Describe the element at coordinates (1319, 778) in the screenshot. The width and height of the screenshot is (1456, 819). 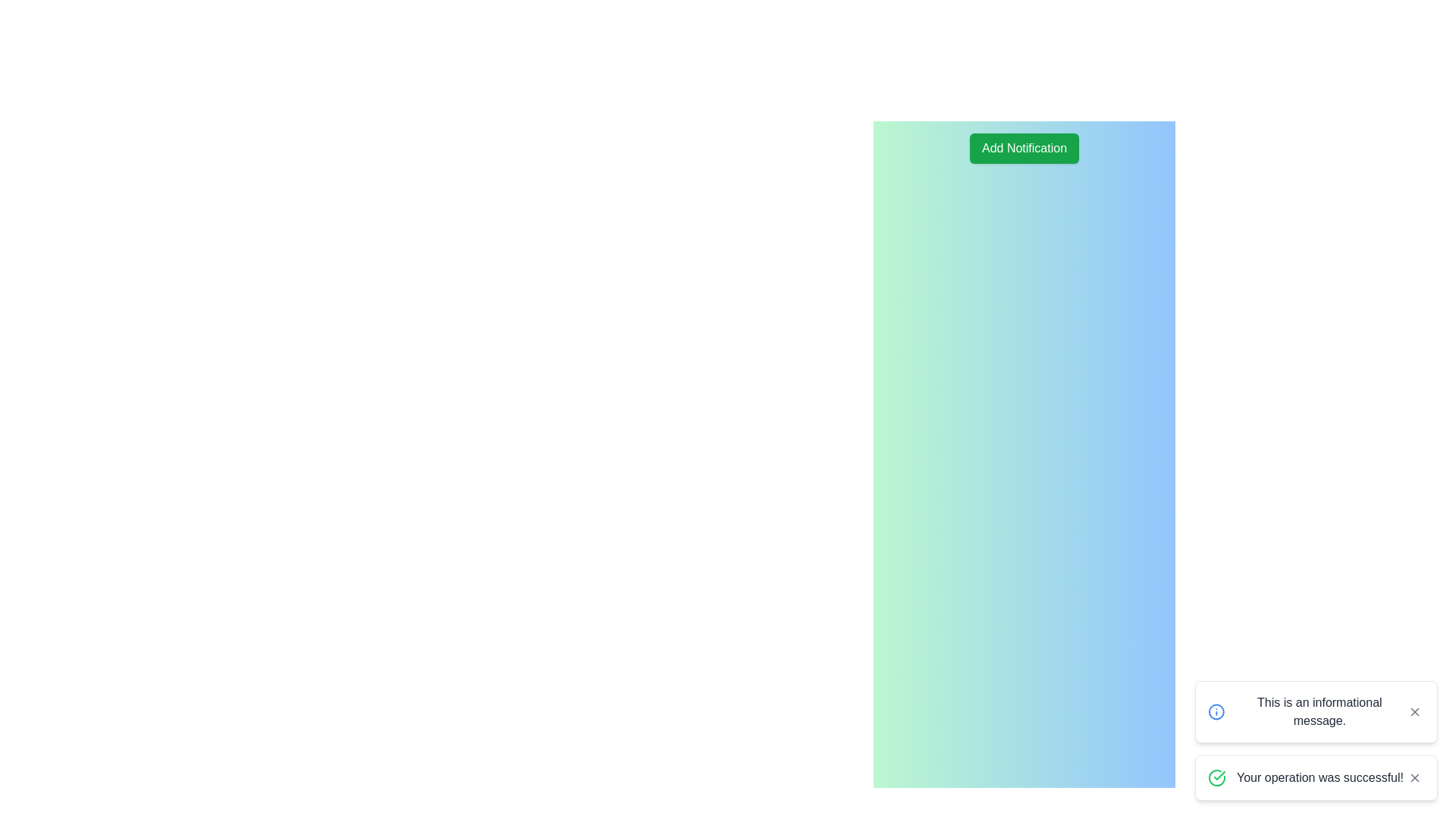
I see `text of the notification label that indicates a successful operation, located within the notification box at the bottom-right of the interface, positioned right of the green checkmark icon and left of the close button` at that location.